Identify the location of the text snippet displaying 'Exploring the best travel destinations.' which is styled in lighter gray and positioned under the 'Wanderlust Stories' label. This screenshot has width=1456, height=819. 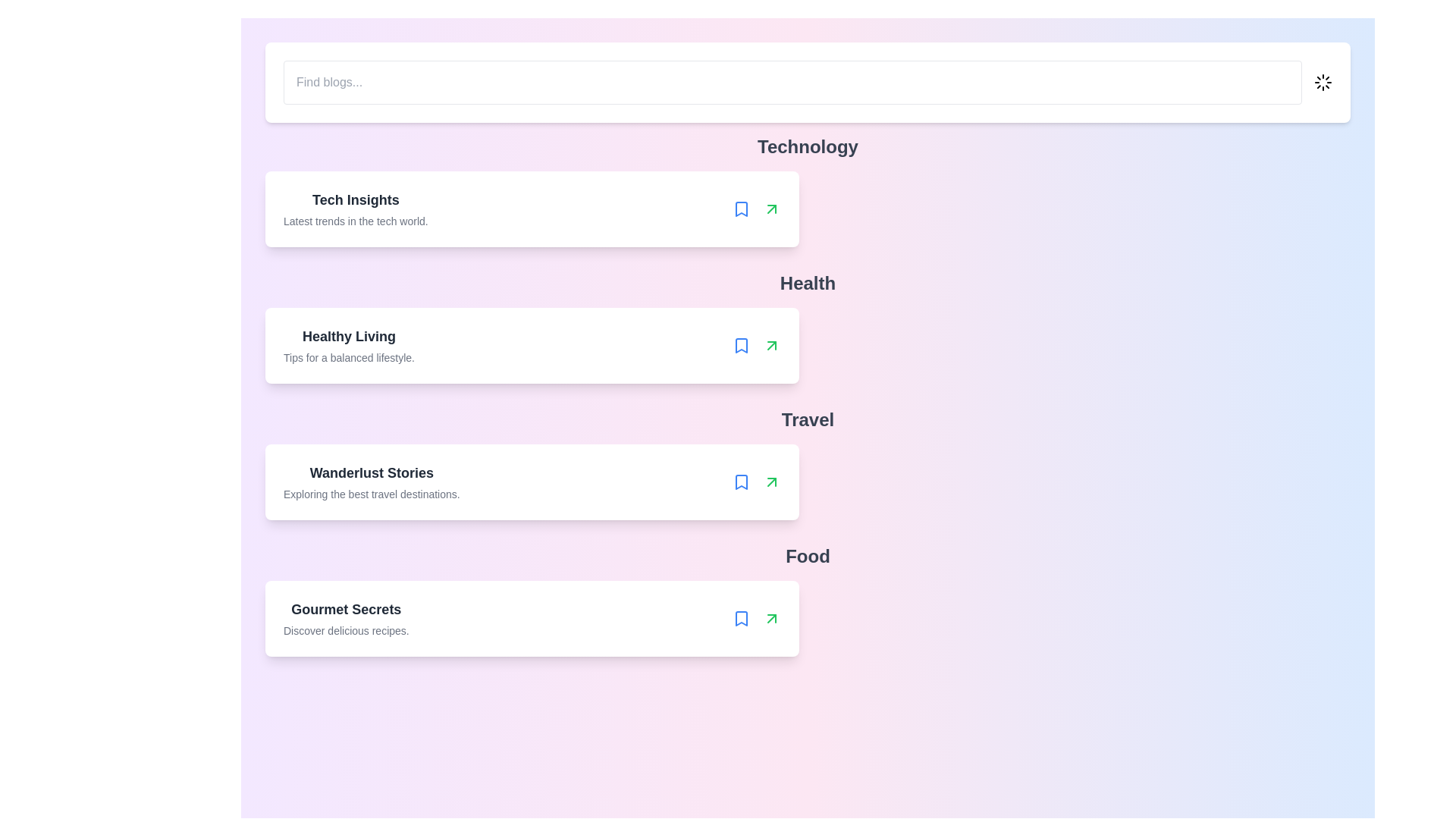
(372, 494).